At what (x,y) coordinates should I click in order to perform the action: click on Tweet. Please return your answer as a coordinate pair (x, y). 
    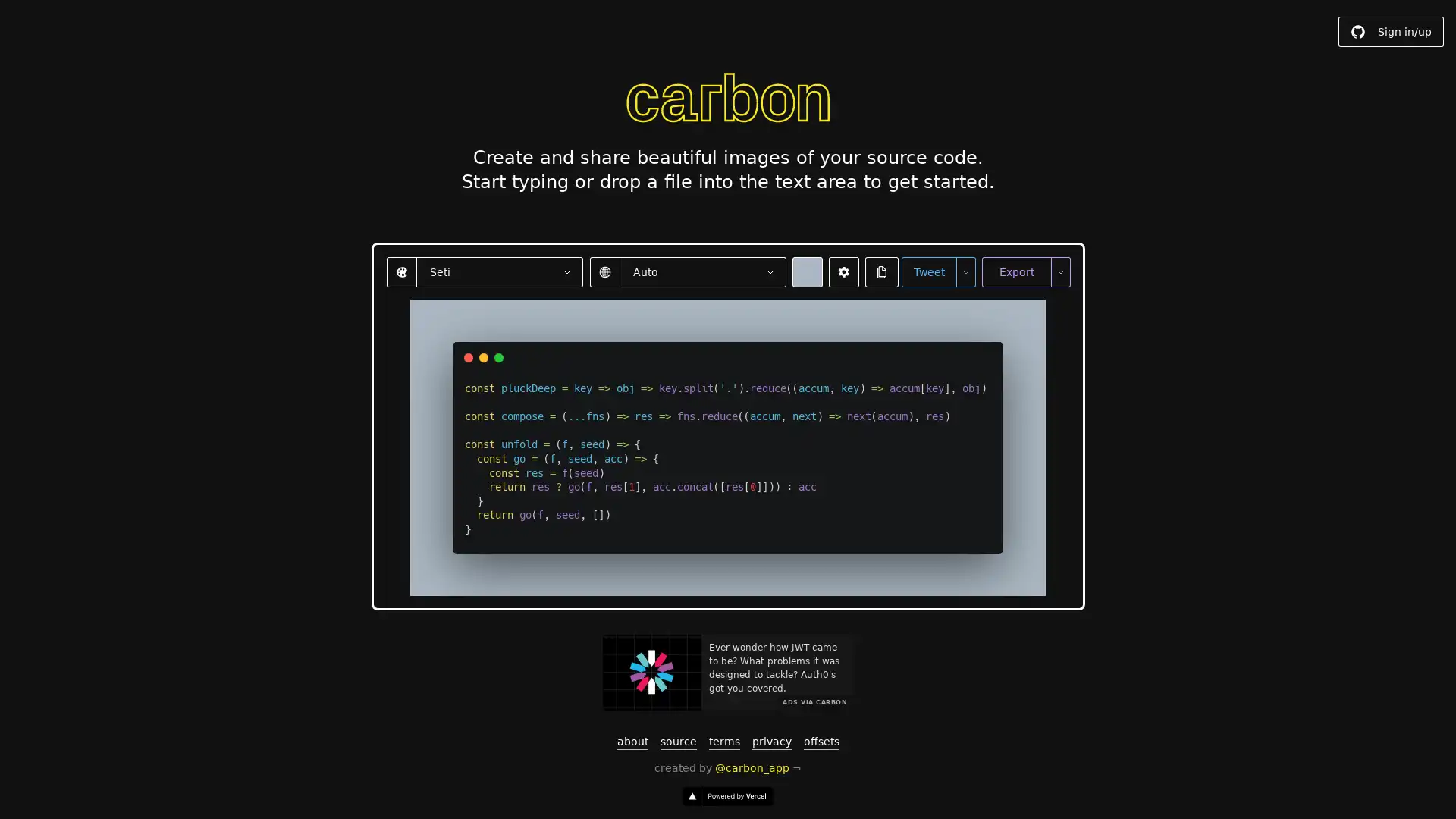
    Looking at the image, I should click on (927, 271).